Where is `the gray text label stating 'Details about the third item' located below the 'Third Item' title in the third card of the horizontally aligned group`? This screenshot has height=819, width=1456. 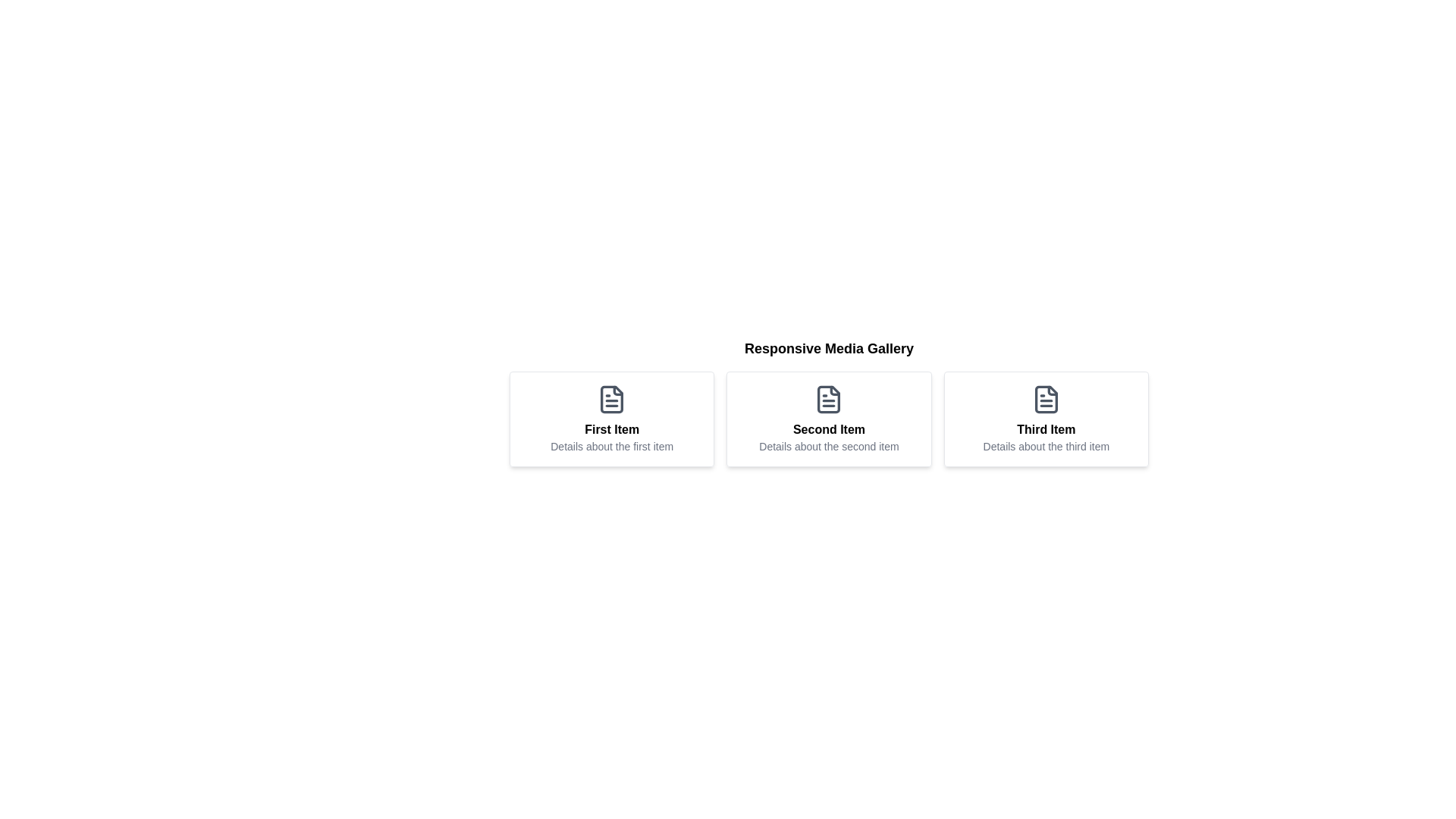
the gray text label stating 'Details about the third item' located below the 'Third Item' title in the third card of the horizontally aligned group is located at coordinates (1045, 446).